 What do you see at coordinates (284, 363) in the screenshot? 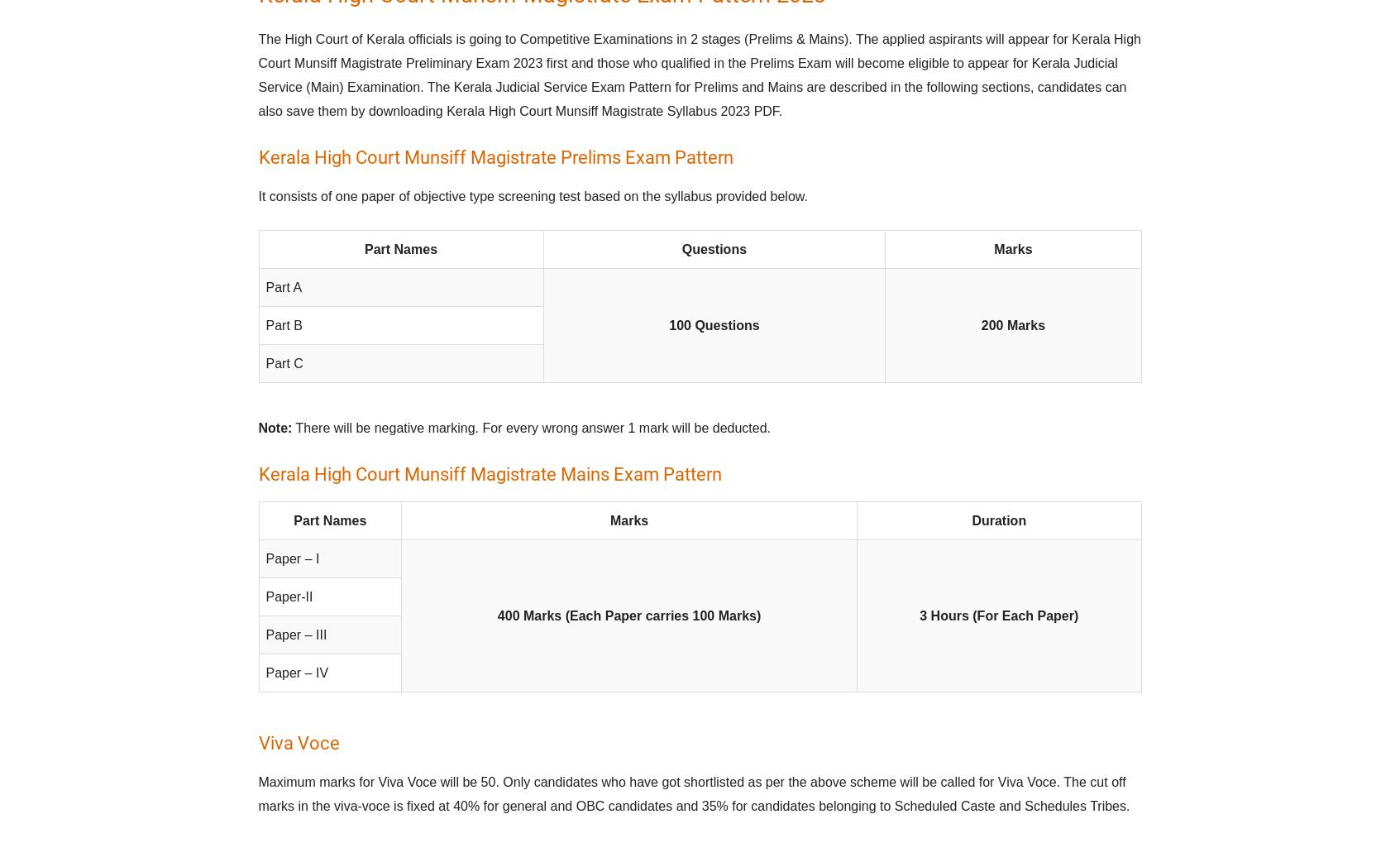
I see `'Part C'` at bounding box center [284, 363].